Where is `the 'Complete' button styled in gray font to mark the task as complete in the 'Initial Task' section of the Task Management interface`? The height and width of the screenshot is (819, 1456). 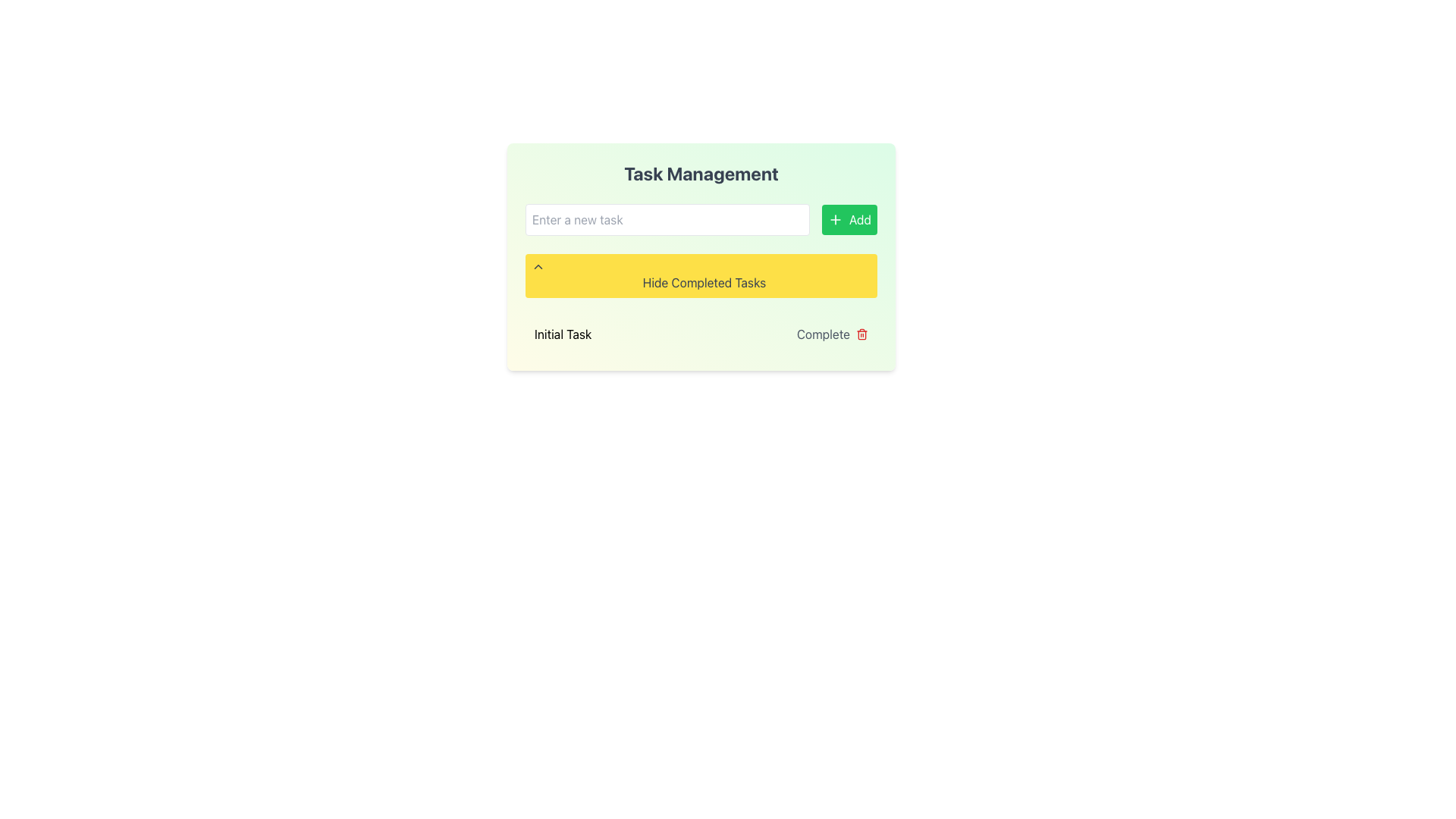 the 'Complete' button styled in gray font to mark the task as complete in the 'Initial Task' section of the Task Management interface is located at coordinates (831, 333).